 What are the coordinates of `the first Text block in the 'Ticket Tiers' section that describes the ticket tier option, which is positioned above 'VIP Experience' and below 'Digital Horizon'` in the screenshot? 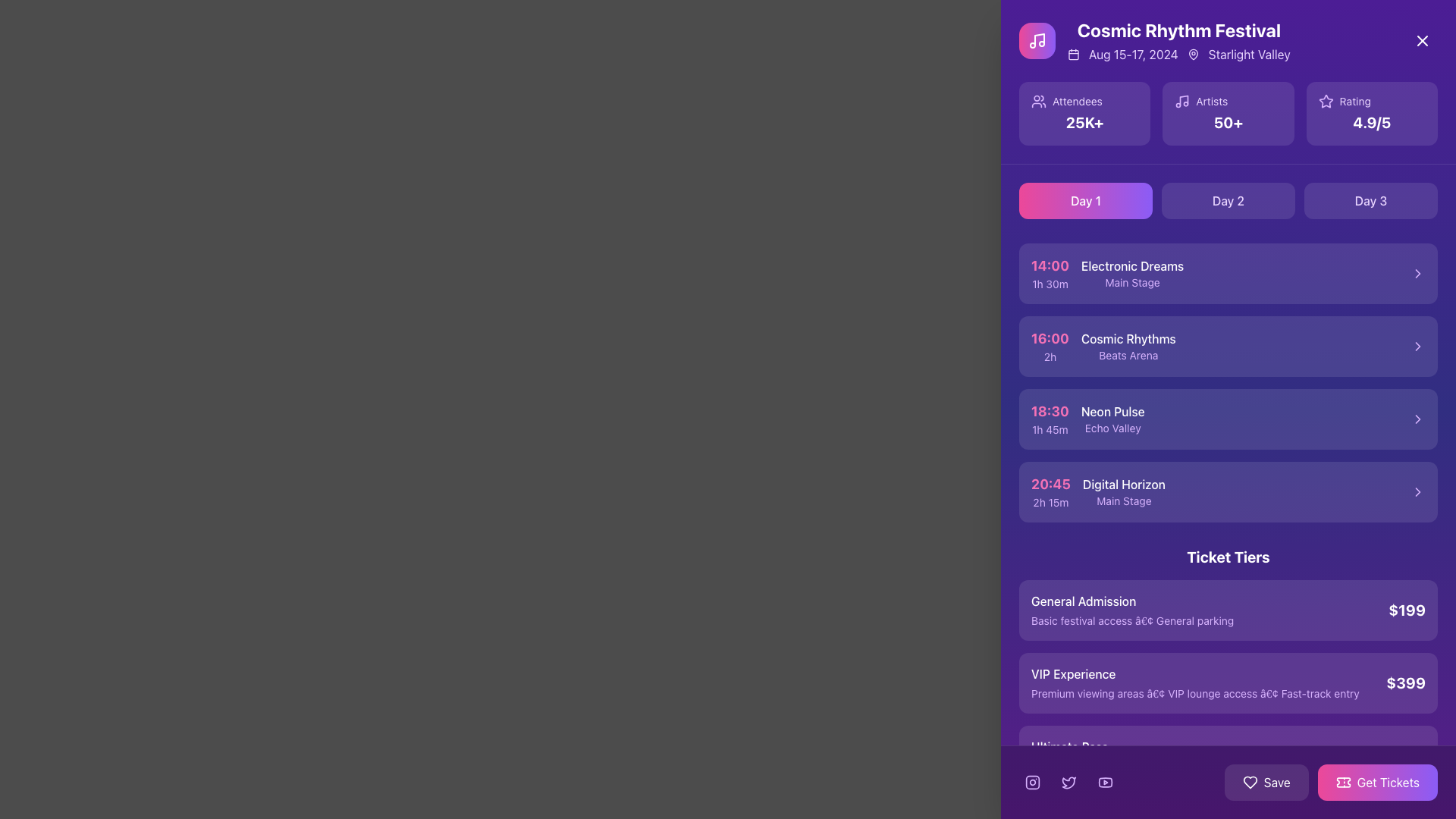 It's located at (1132, 610).